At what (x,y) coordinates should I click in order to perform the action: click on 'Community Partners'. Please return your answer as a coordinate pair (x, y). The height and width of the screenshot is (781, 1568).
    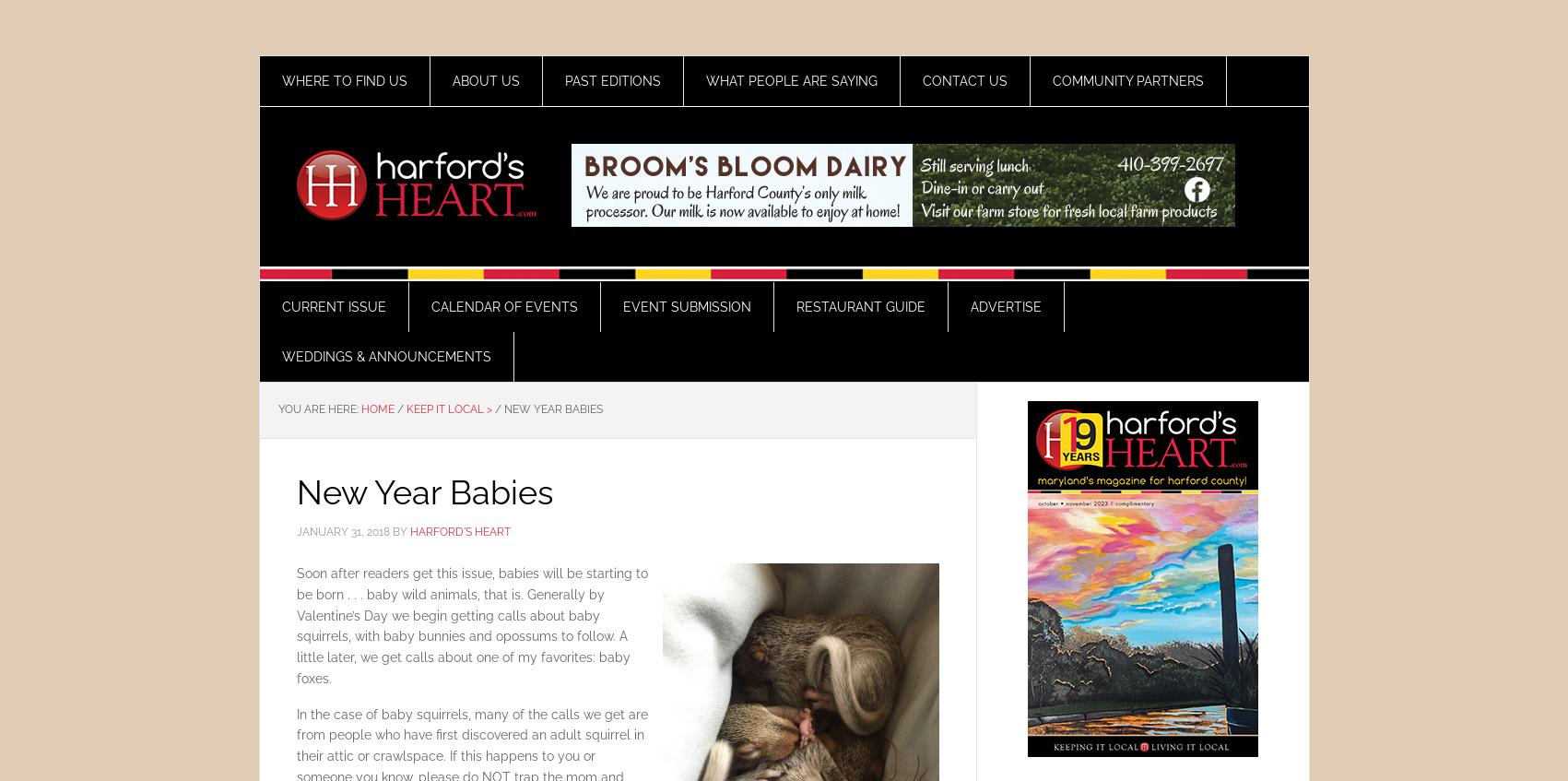
    Looking at the image, I should click on (1127, 81).